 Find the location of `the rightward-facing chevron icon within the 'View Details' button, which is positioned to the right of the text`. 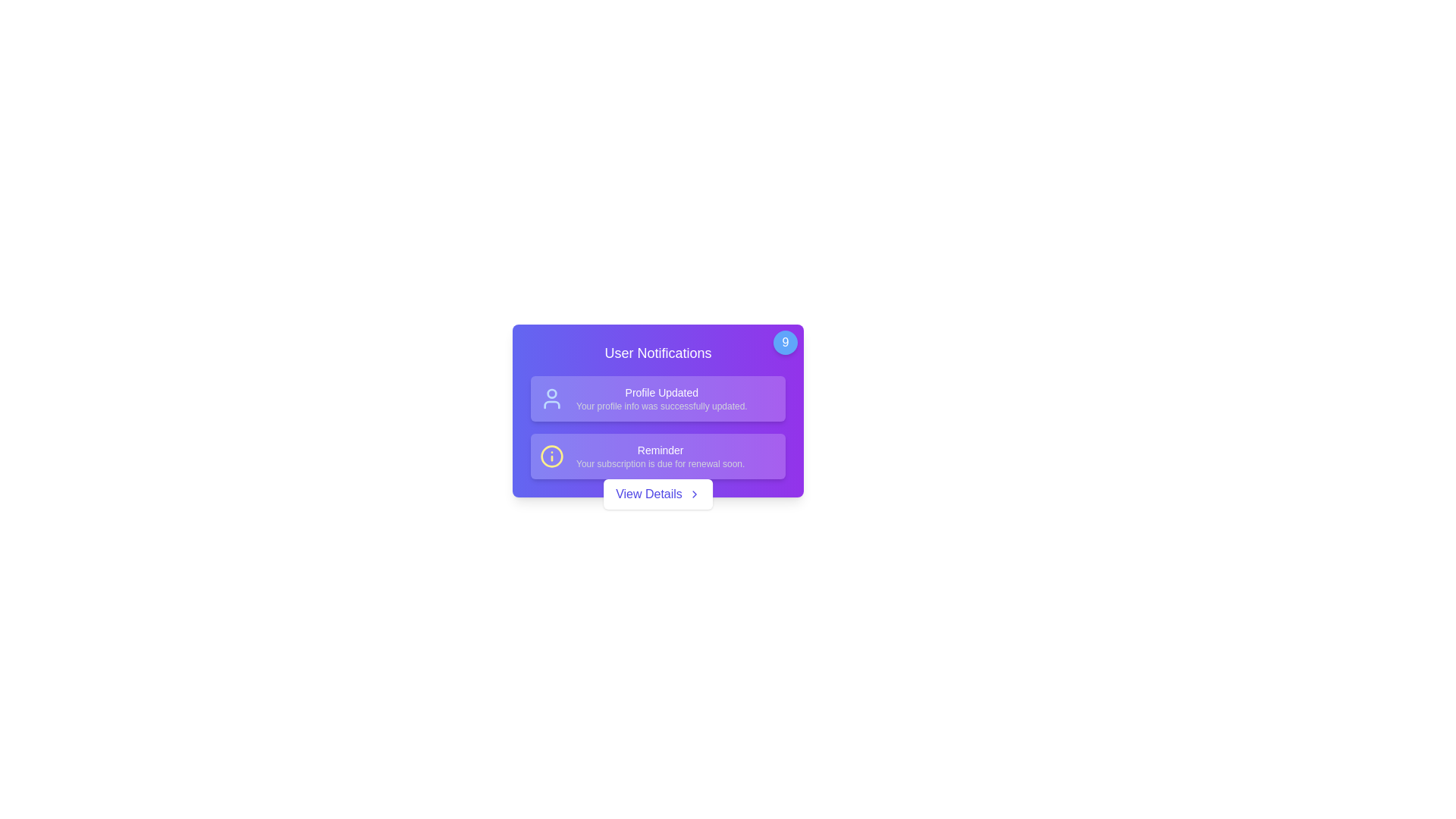

the rightward-facing chevron icon within the 'View Details' button, which is positioned to the right of the text is located at coordinates (693, 494).